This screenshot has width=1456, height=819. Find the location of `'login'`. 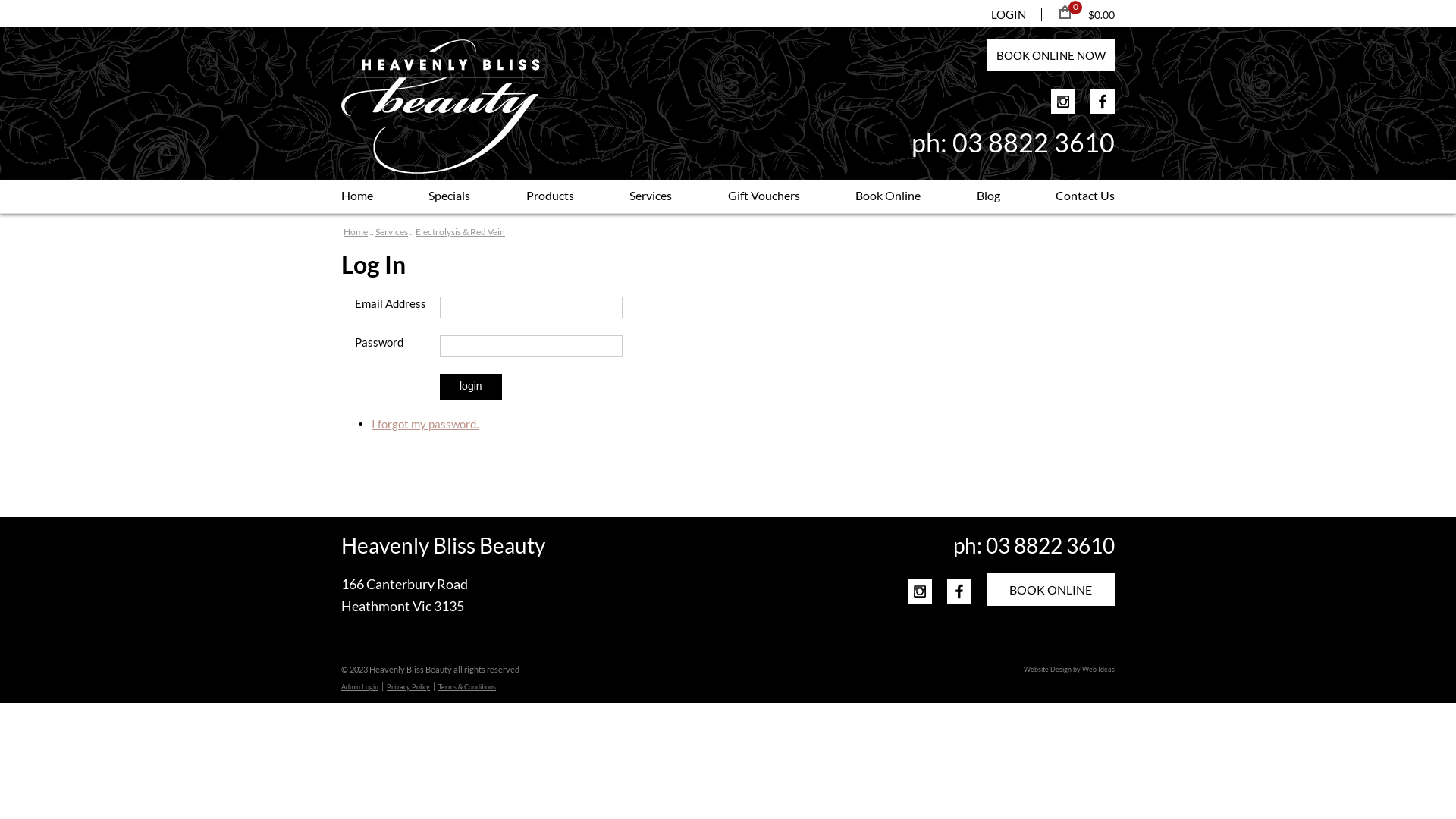

'login' is located at coordinates (469, 385).